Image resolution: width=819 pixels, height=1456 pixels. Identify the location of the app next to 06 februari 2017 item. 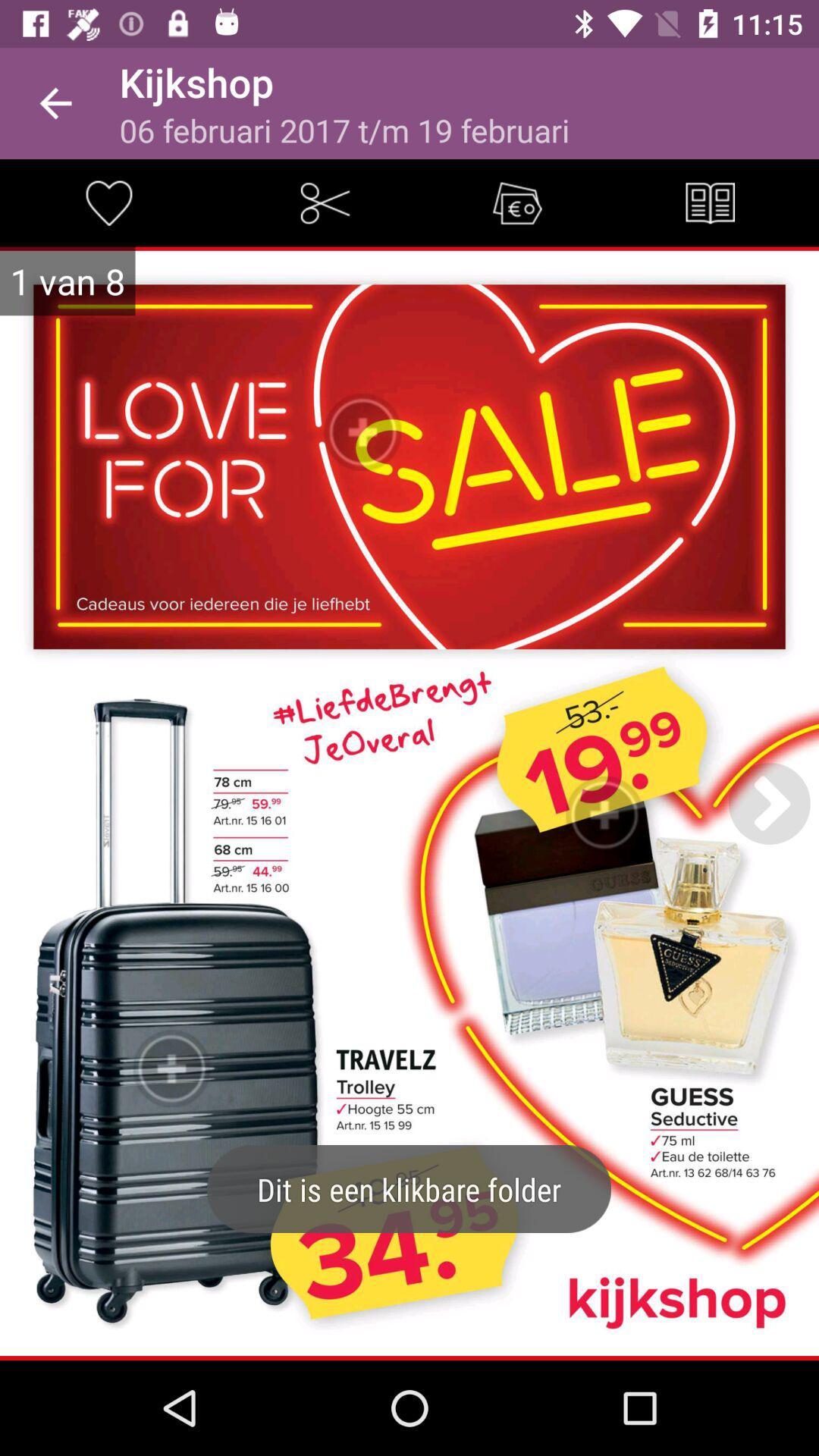
(710, 202).